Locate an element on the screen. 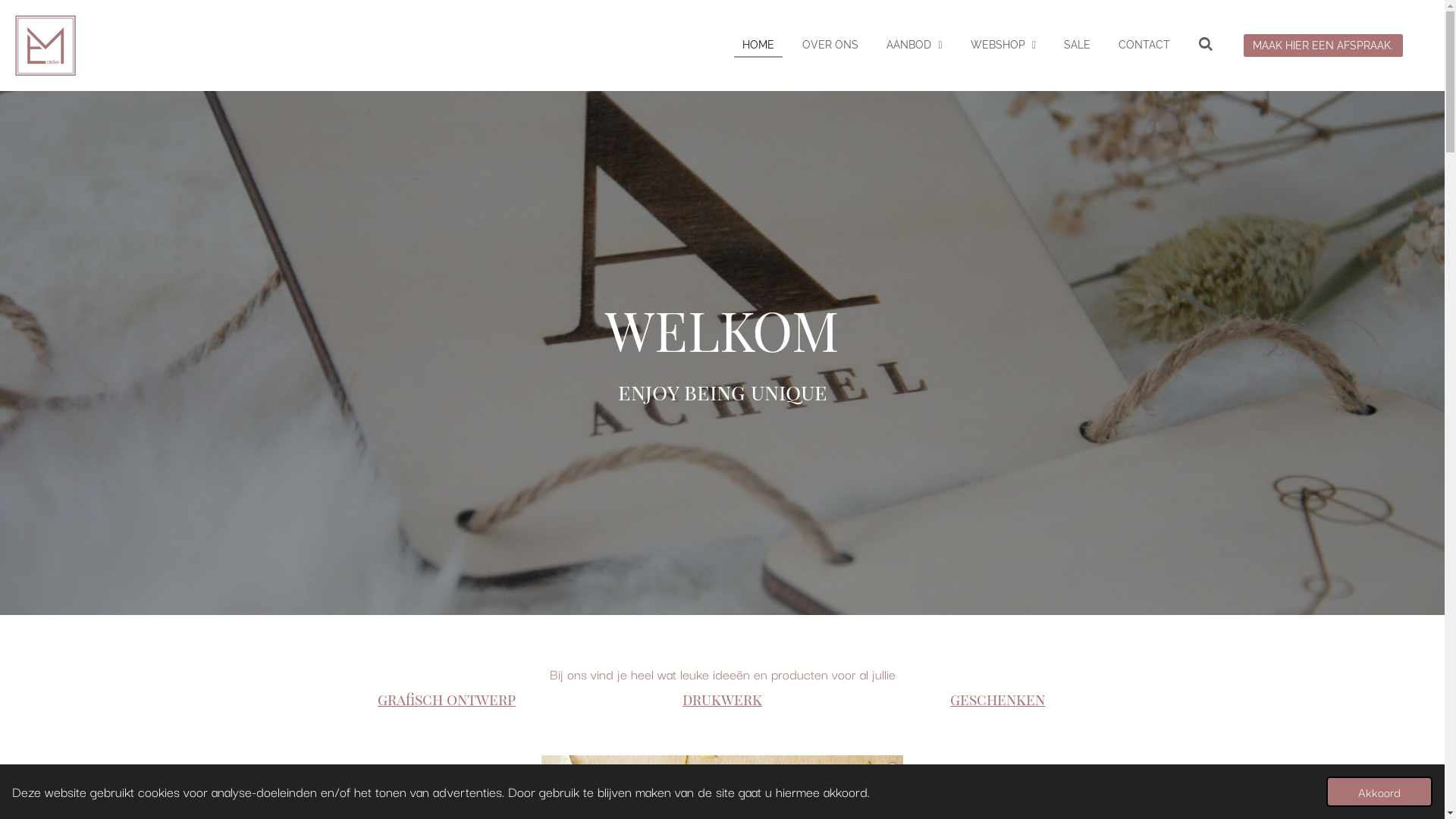  'OVER ONS' is located at coordinates (829, 44).